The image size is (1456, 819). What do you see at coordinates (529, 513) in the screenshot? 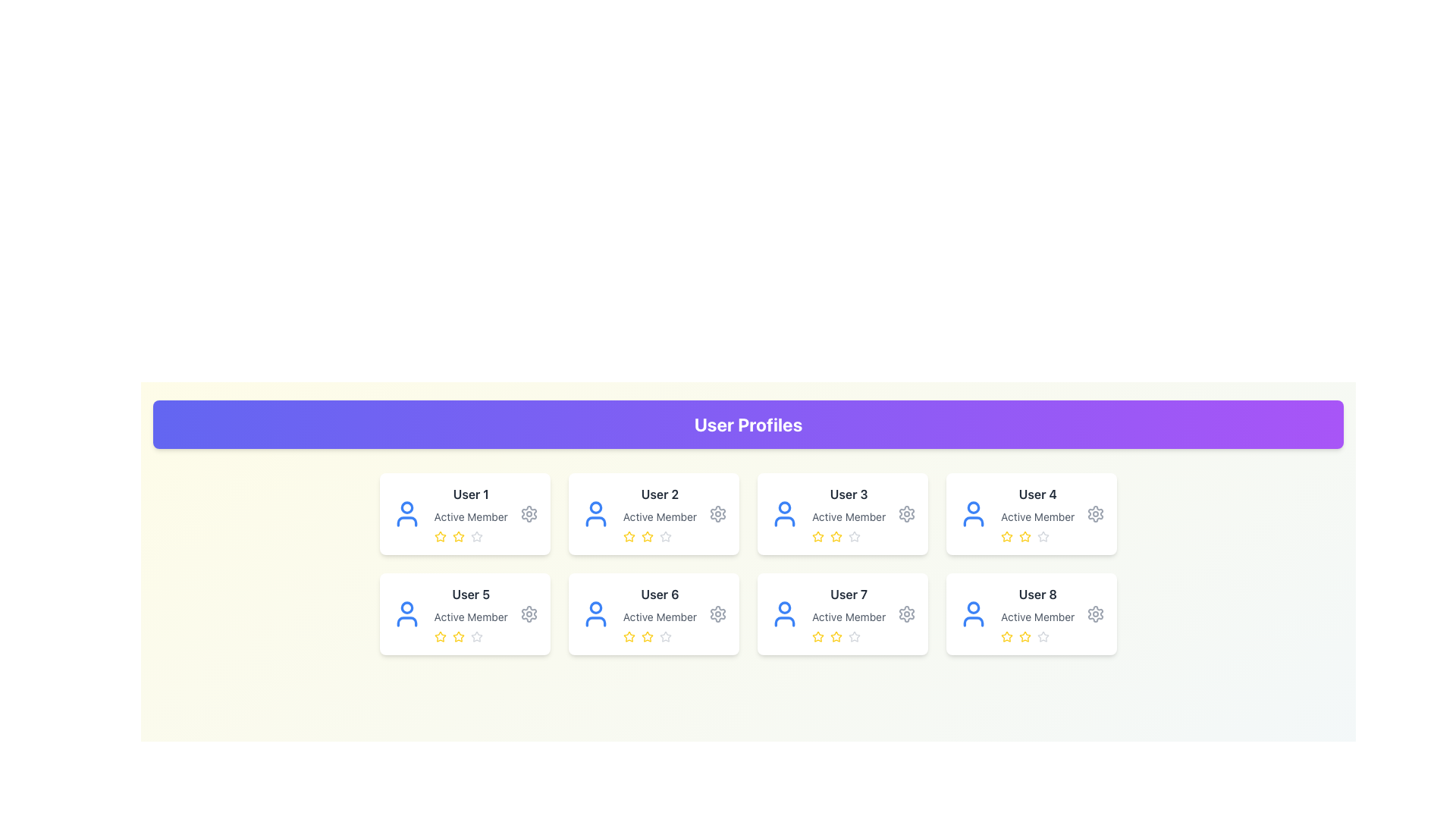
I see `the gear-shaped settings icon located in the top-right corner of the card labeled 'User 1'` at bounding box center [529, 513].